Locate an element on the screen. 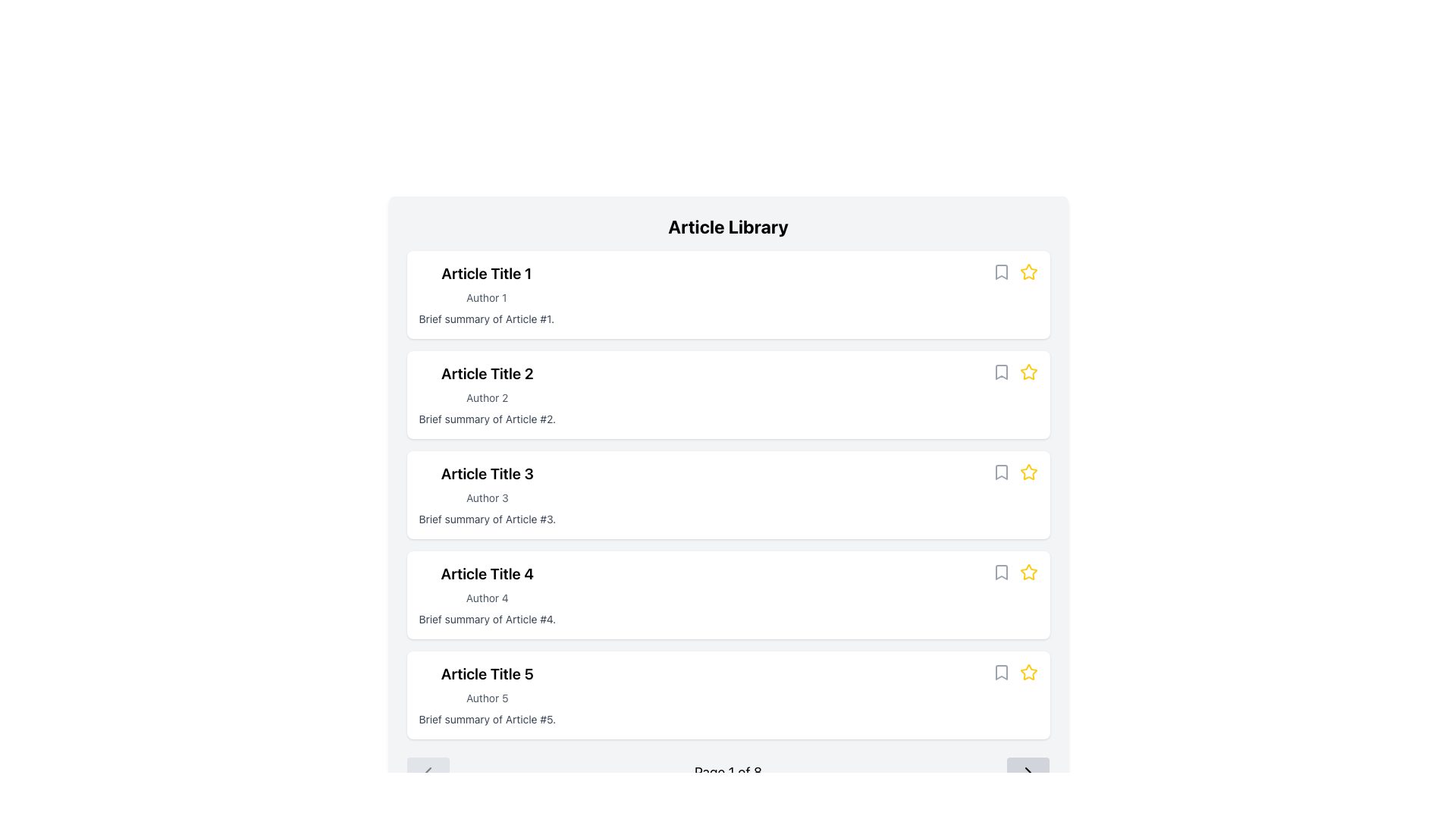  the Text Label that indicates the author of the associated article, positioned below 'Article Title 5' and above the summary text 'Brief summary of Article #5' is located at coordinates (487, 698).